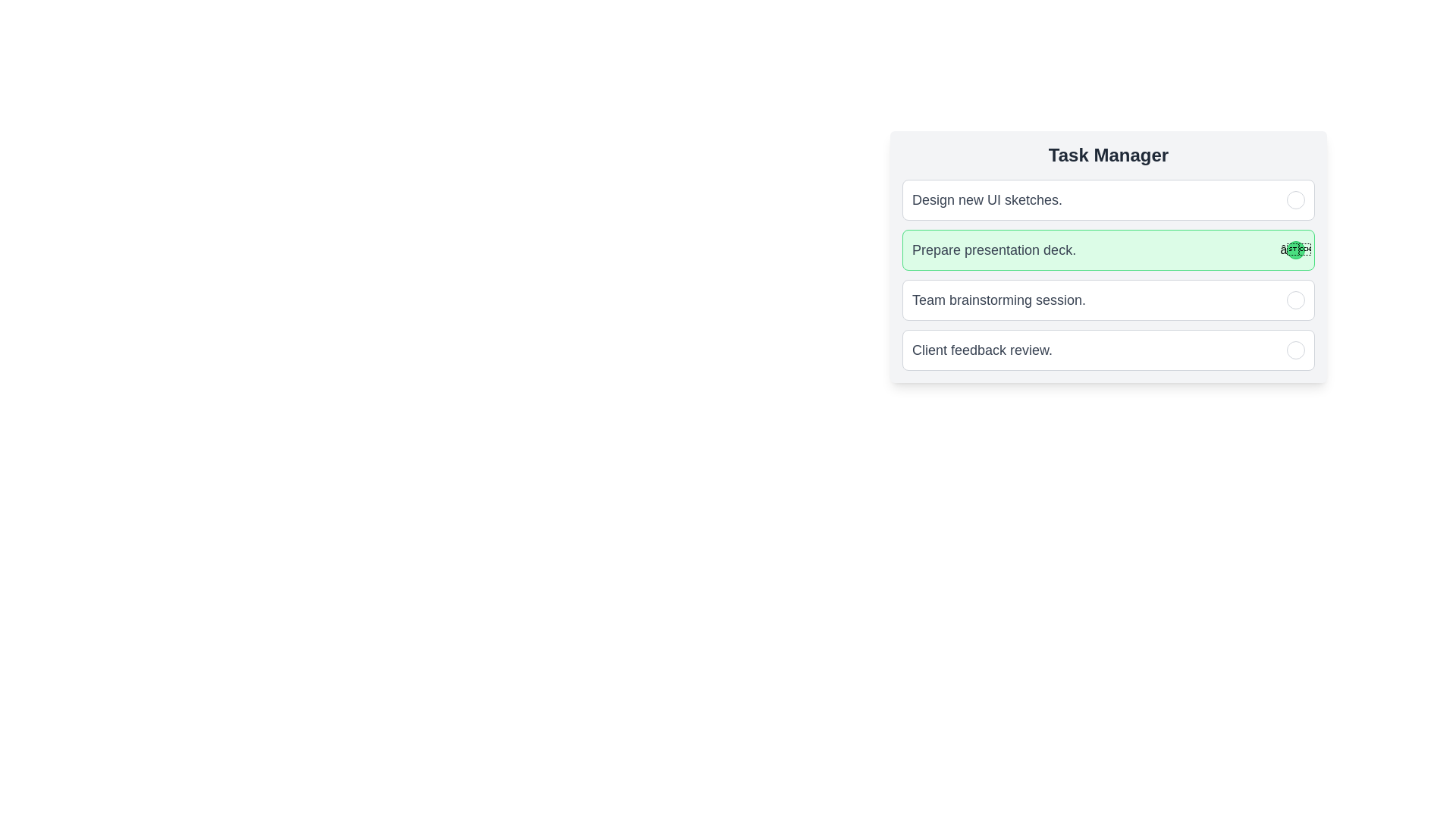 This screenshot has height=819, width=1456. Describe the element at coordinates (1109, 300) in the screenshot. I see `the List Item titled 'Team brainstorming session'` at that location.